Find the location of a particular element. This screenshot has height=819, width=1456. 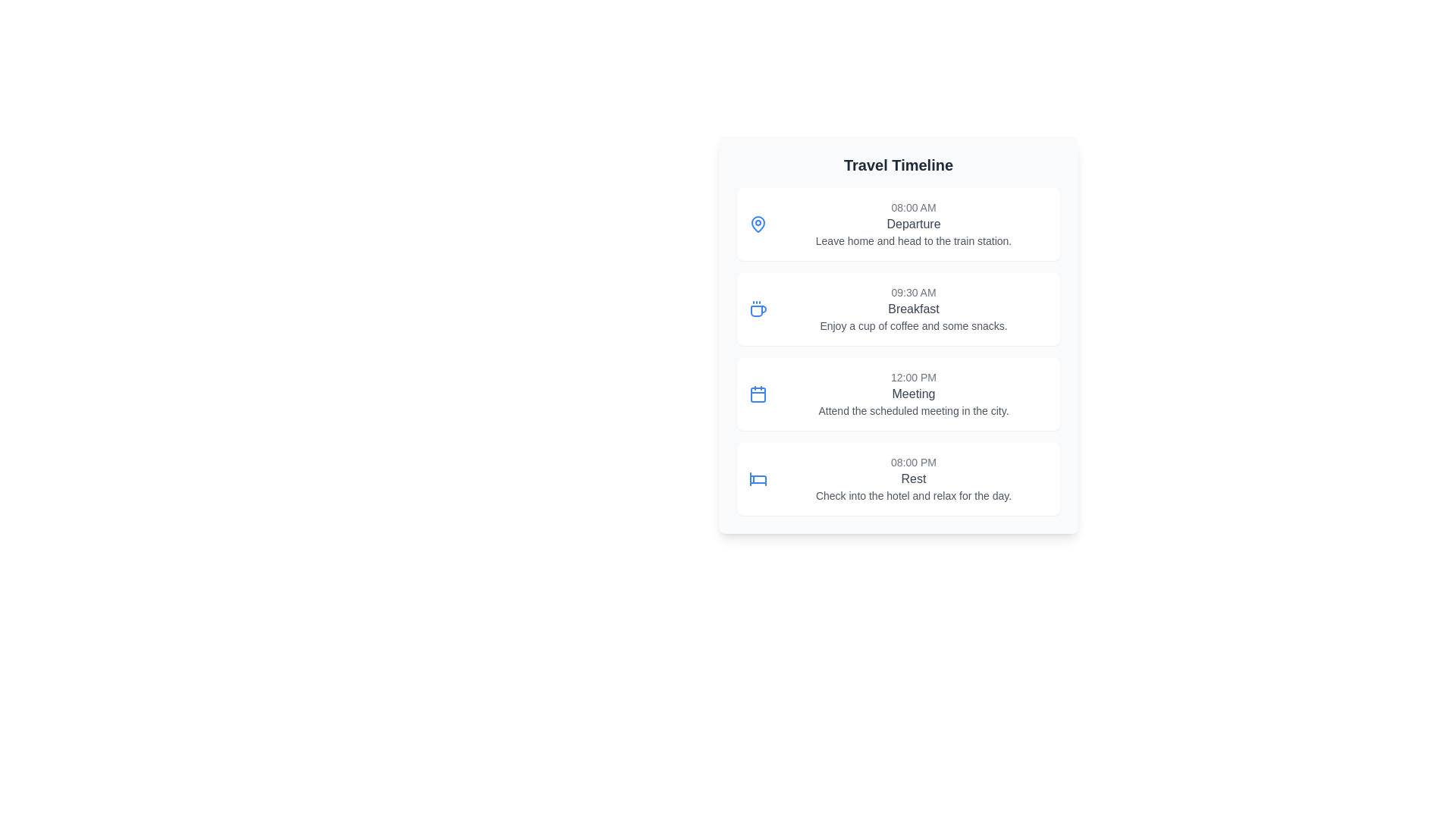

the third item card in the Travel Timeline list, which includes a blue calendar icon and the title 'Meeting' is located at coordinates (899, 394).